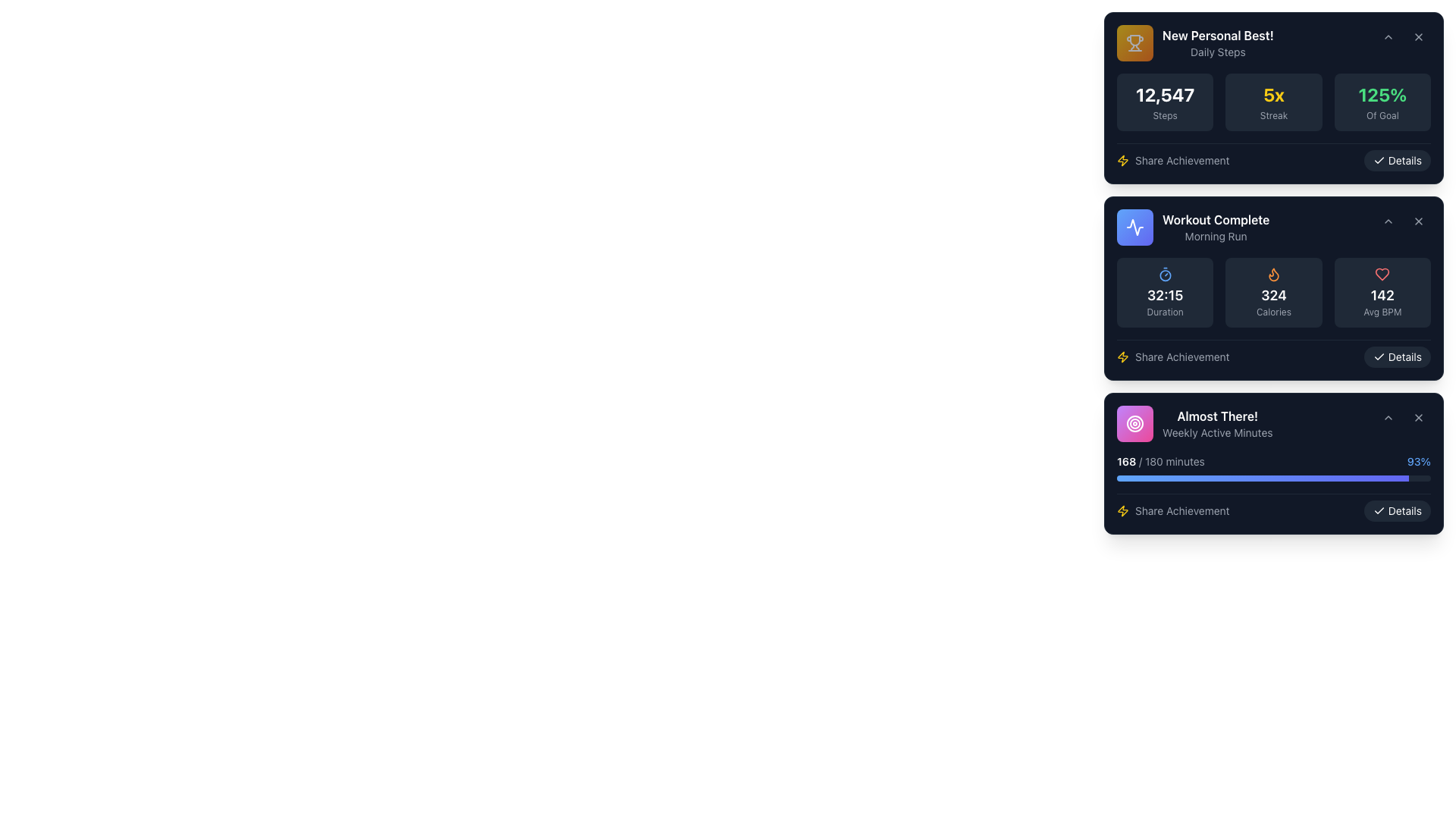 The image size is (1456, 819). What do you see at coordinates (1274, 288) in the screenshot?
I see `the buttons or links included in the second workout summary card, which displays metrics like duration, calories burned, and heart rate` at bounding box center [1274, 288].